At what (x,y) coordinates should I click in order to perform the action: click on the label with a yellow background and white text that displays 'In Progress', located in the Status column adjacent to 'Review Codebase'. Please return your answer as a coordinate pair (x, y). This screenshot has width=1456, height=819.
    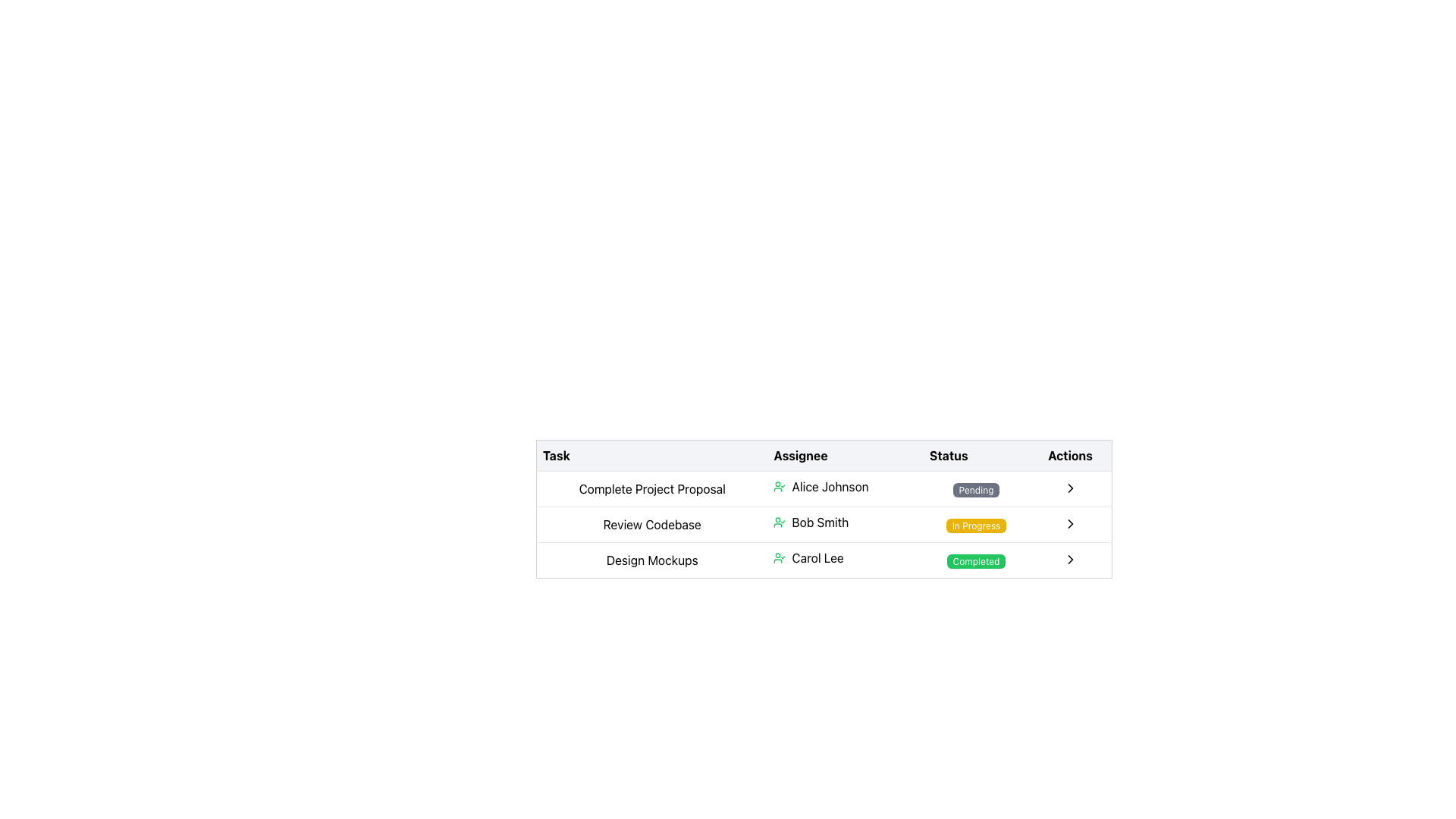
    Looking at the image, I should click on (976, 525).